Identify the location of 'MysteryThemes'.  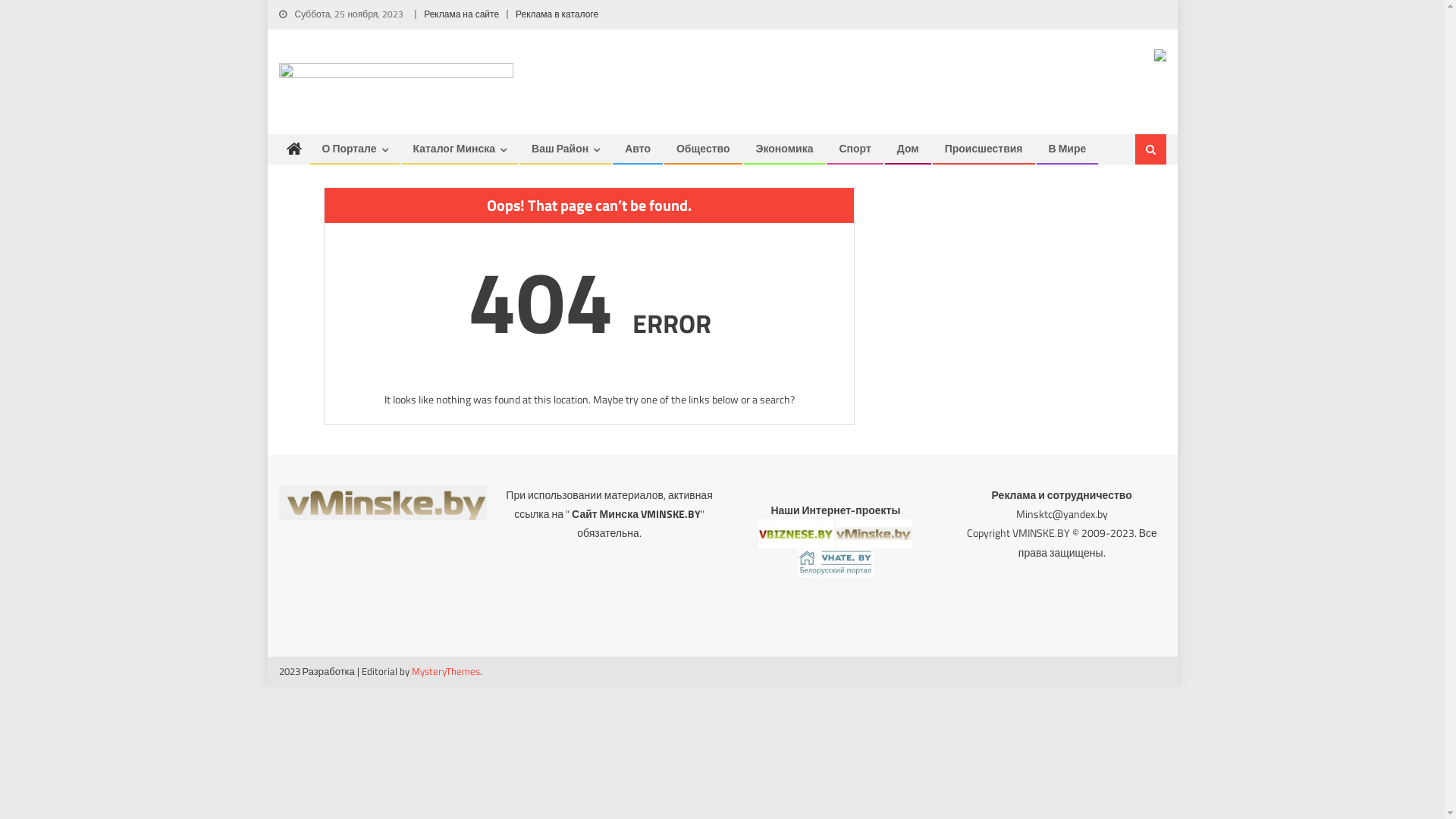
(445, 670).